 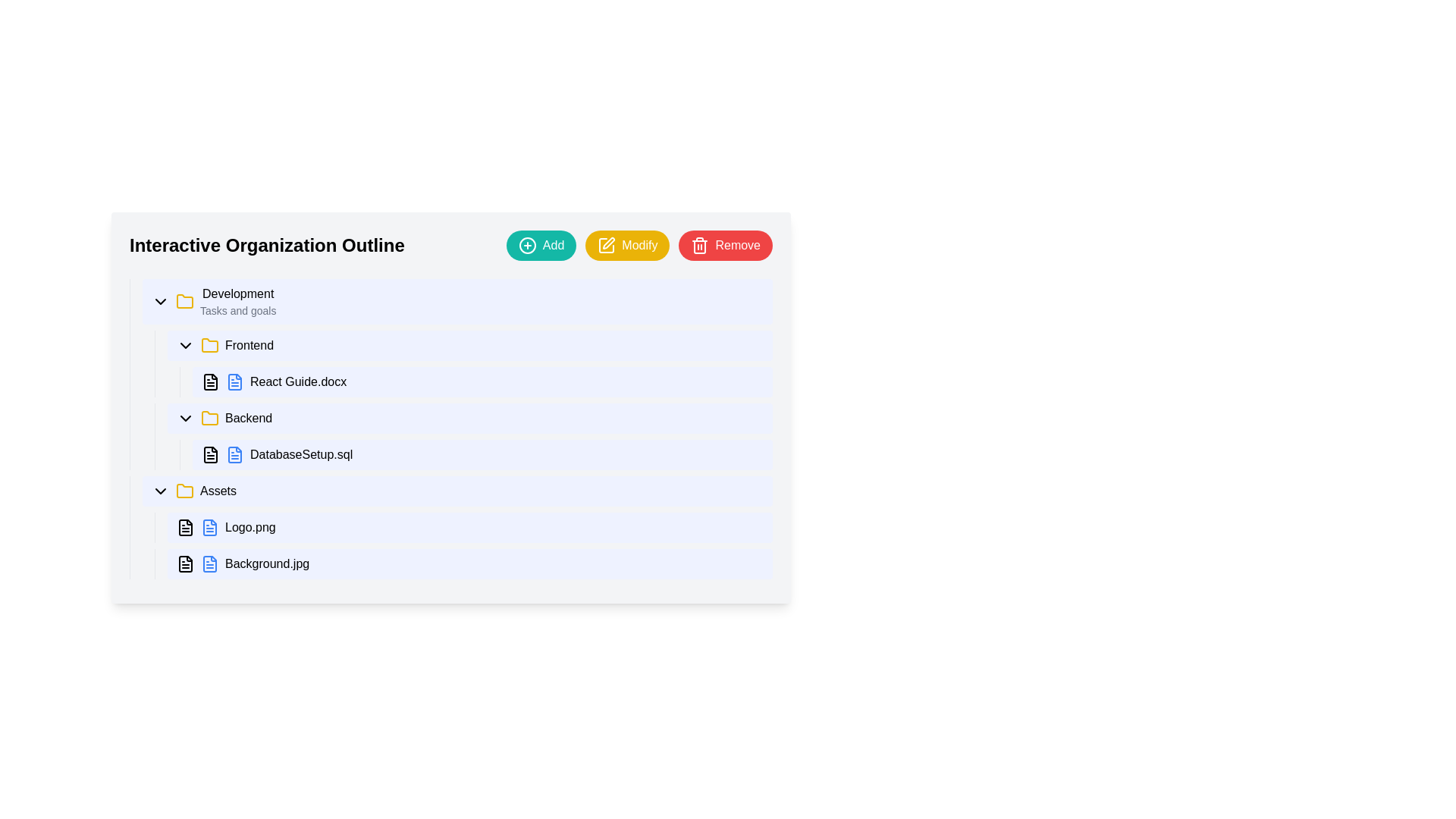 What do you see at coordinates (457, 400) in the screenshot?
I see `the 'Frontend' section of the hierarchical tree structure` at bounding box center [457, 400].